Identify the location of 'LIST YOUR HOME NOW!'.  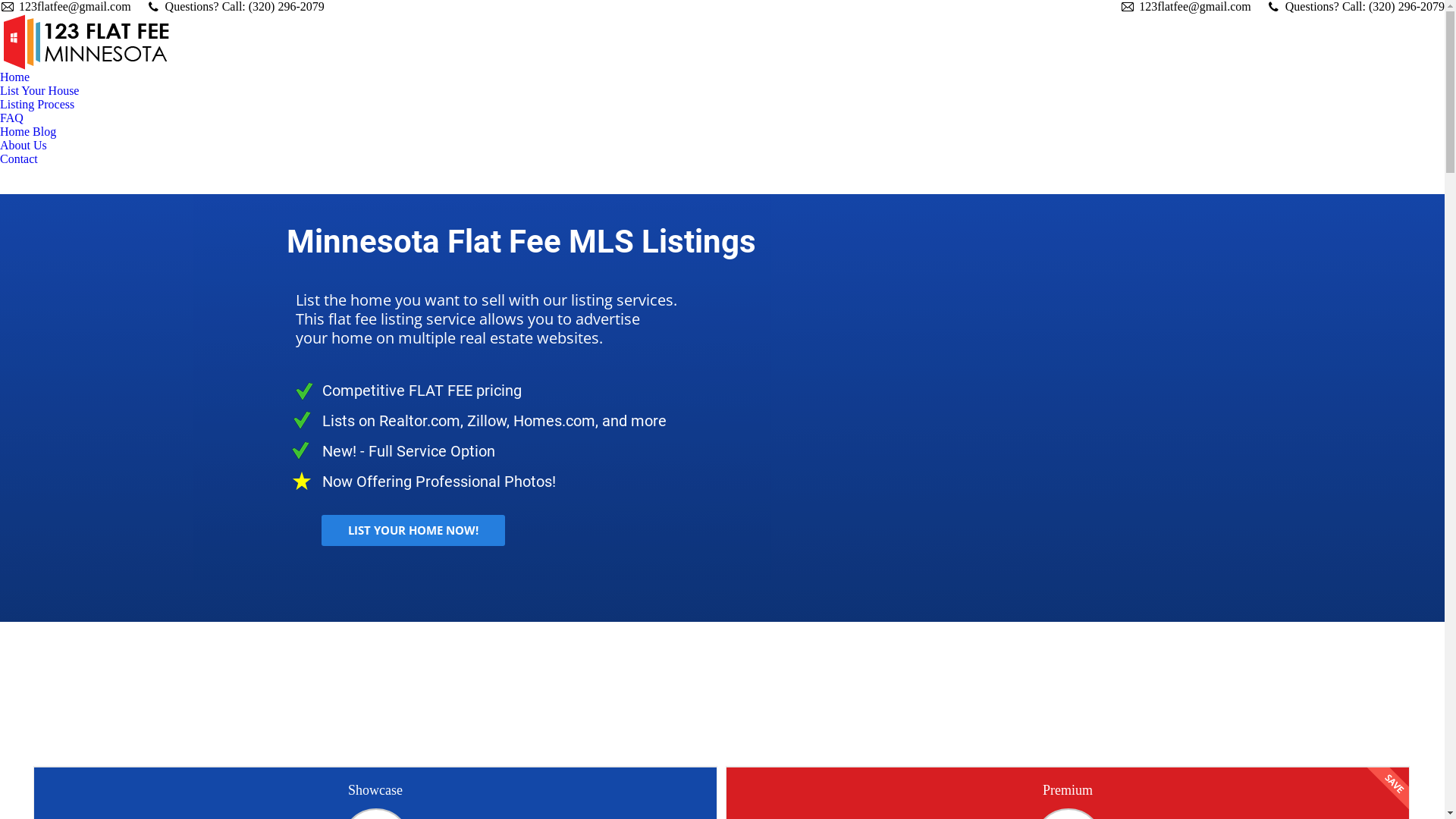
(413, 529).